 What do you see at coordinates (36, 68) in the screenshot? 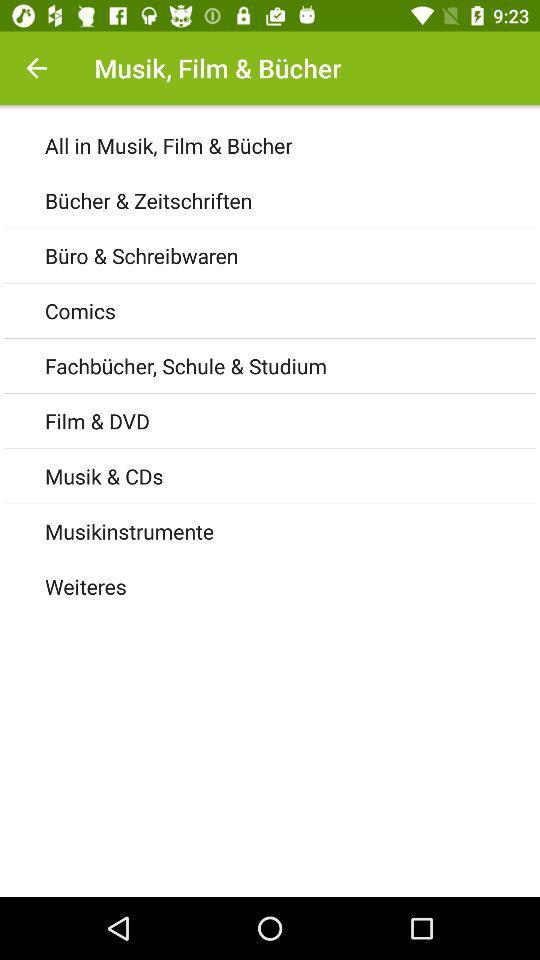
I see `goes back to the last page` at bounding box center [36, 68].